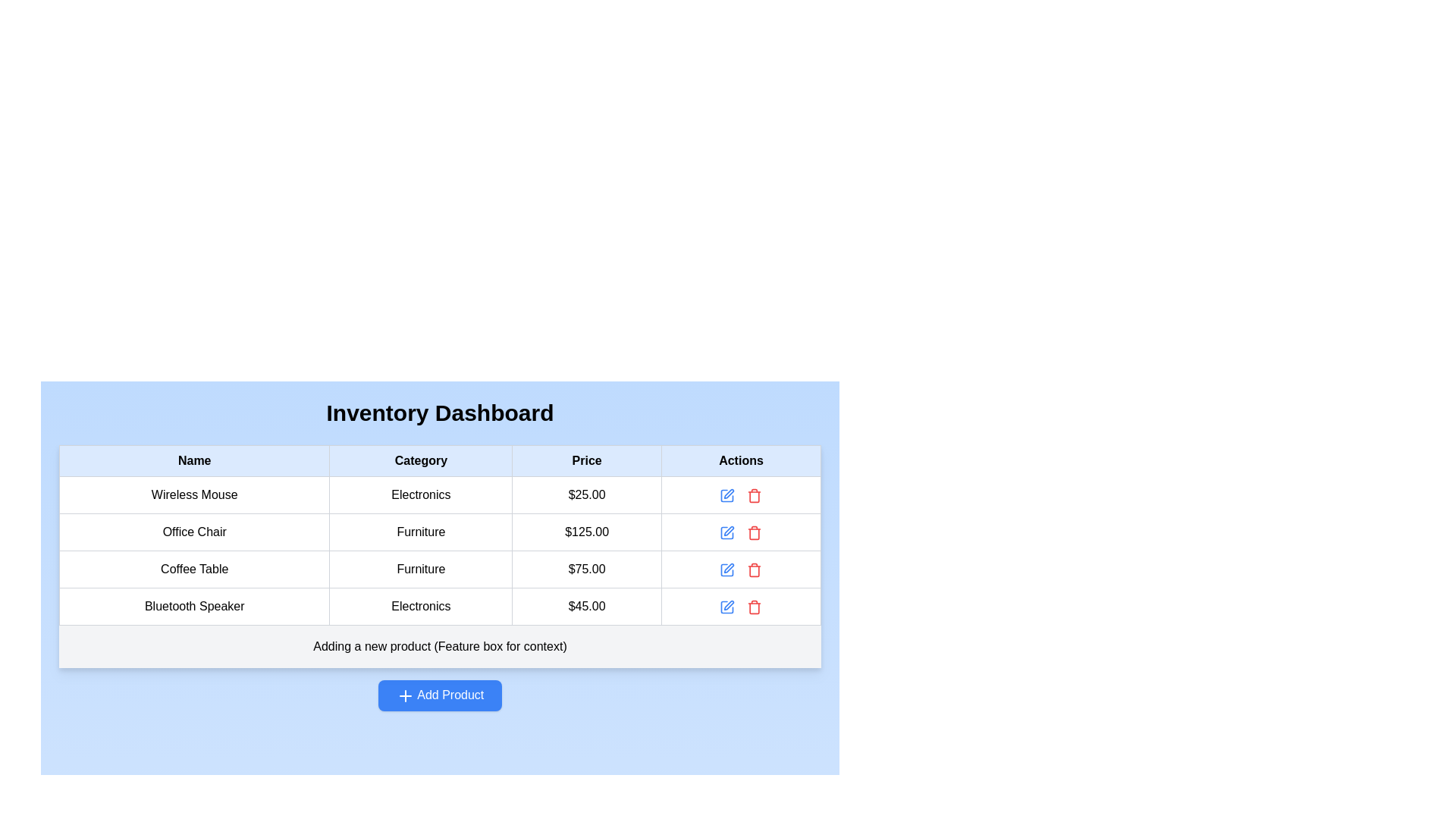 The height and width of the screenshot is (819, 1456). Describe the element at coordinates (729, 568) in the screenshot. I see `the small pen and square icon located in the 'Actions' column of the fourth row of the table, aligned with the item 'Coffee Table'` at that location.